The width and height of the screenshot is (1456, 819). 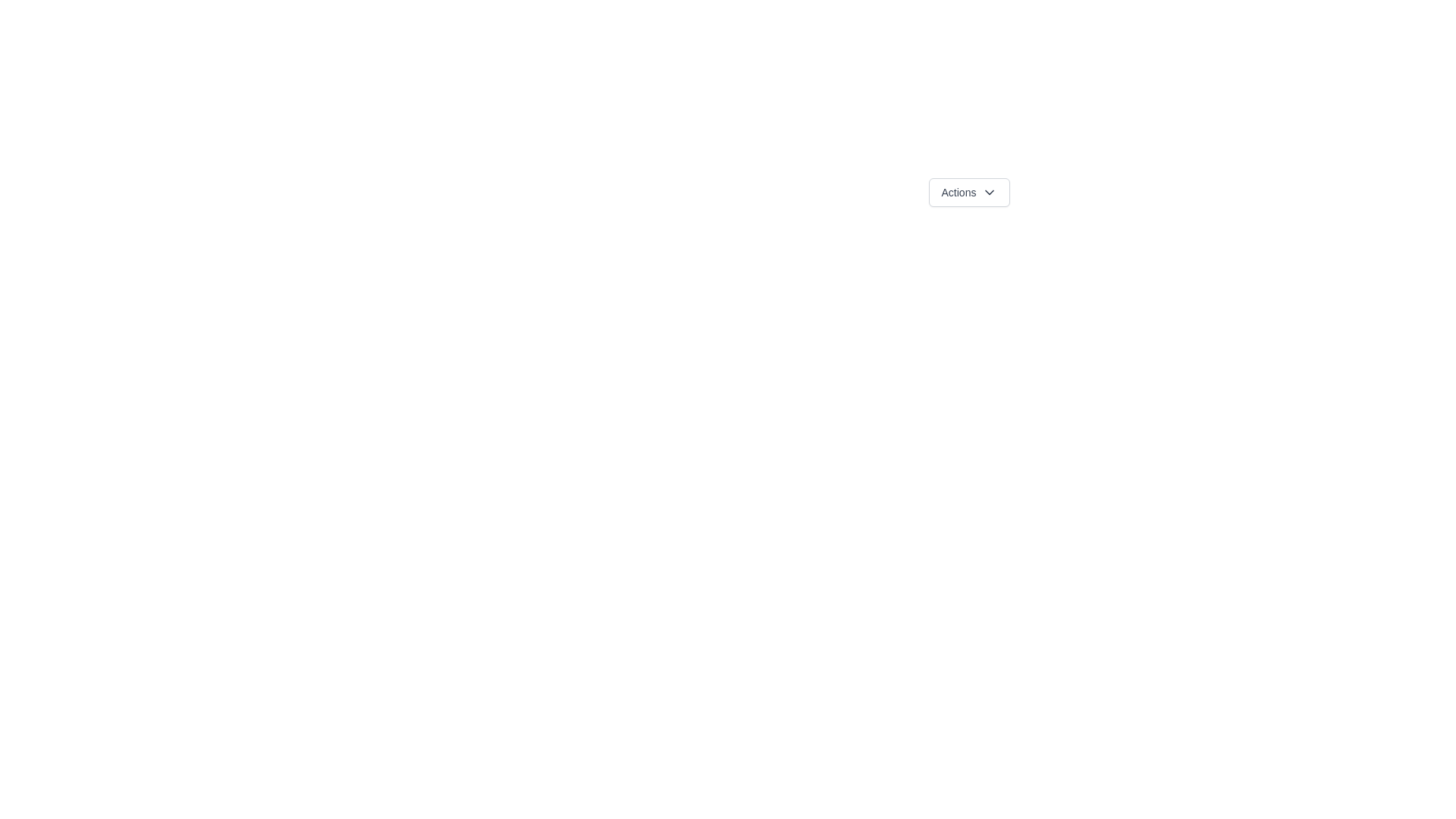 I want to click on the dropdown button located in the upper-right area of the page, so click(x=968, y=192).